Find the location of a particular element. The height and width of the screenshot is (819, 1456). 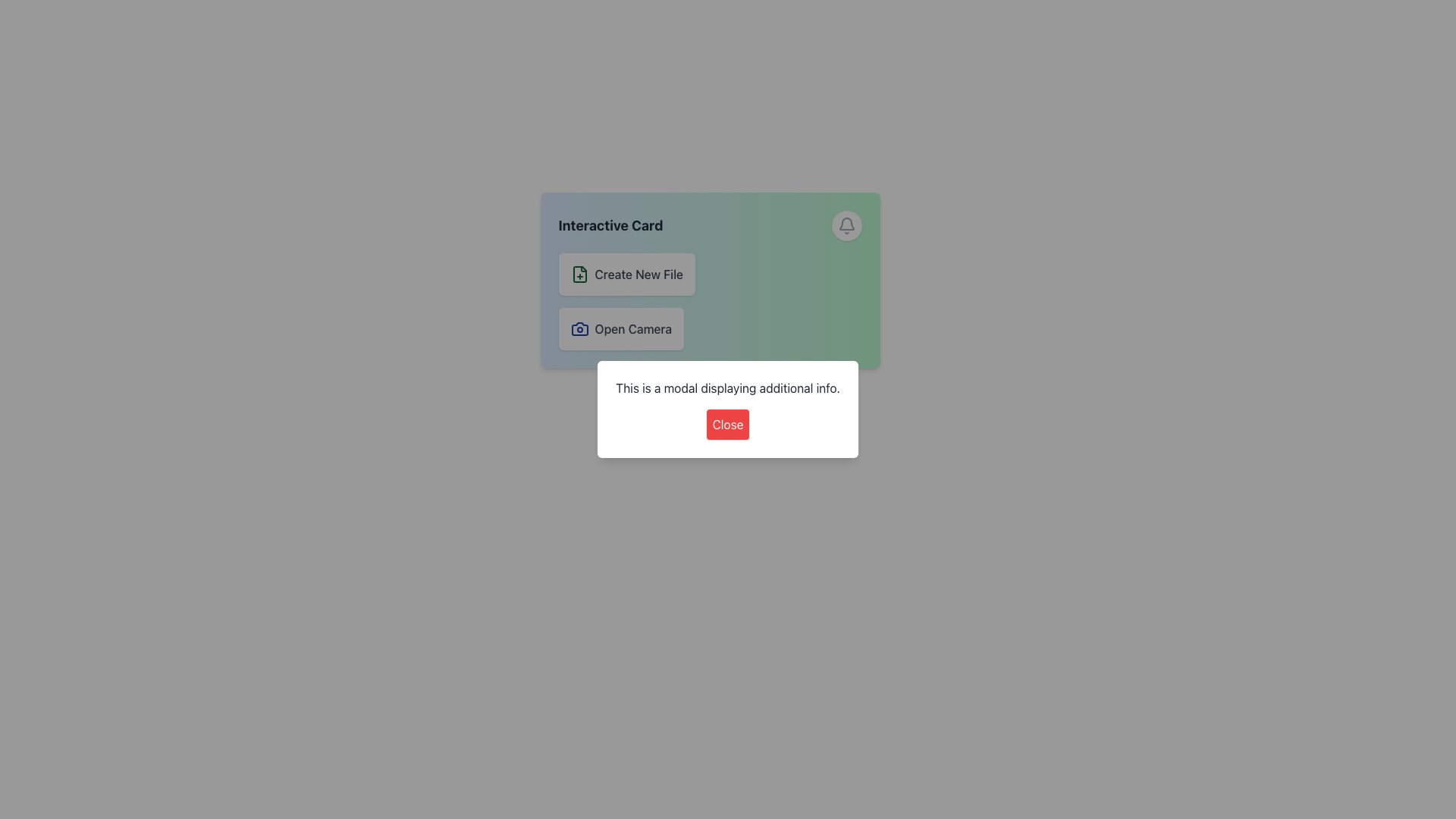

the 'Close' button of the modal dialog that presents messages and interaction options to the user is located at coordinates (728, 409).